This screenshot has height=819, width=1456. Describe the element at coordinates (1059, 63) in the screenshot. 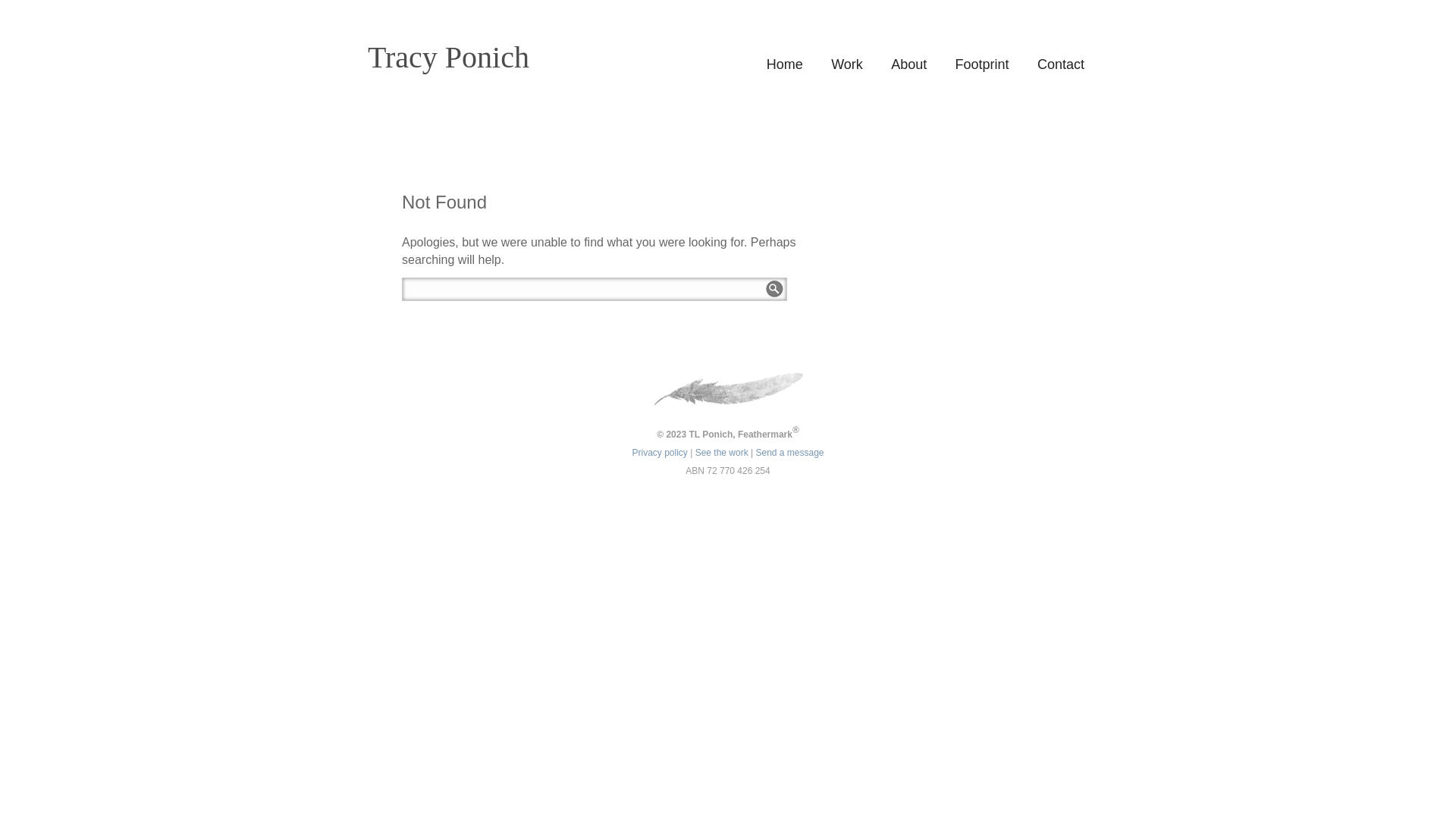

I see `'Contact'` at that location.